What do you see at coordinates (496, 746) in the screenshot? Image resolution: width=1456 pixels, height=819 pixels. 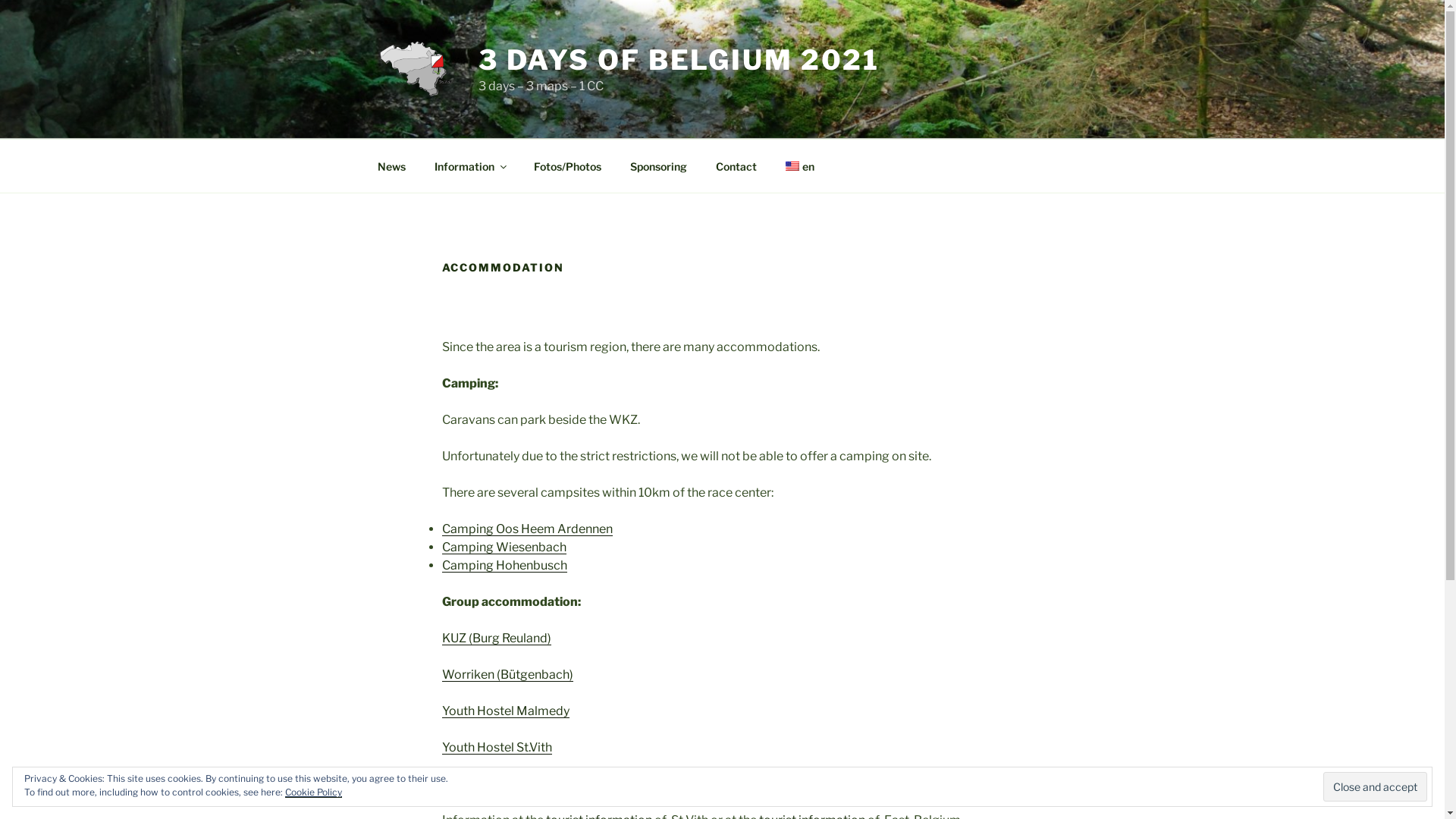 I see `'Youth Hostel St.Vith'` at bounding box center [496, 746].